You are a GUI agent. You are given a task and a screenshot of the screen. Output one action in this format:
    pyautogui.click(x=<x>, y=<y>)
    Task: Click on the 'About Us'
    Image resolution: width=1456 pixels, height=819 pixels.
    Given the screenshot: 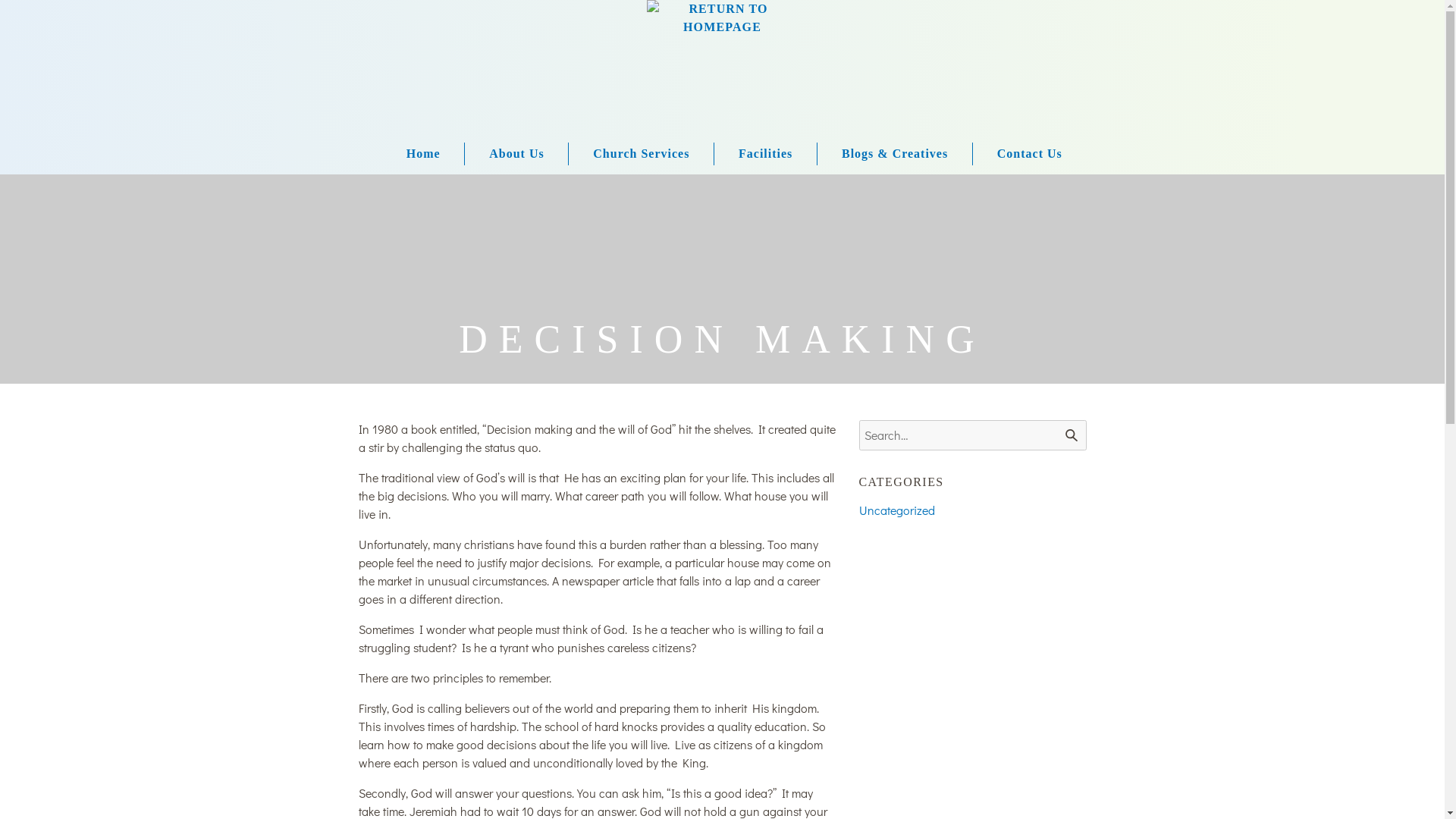 What is the action you would take?
    pyautogui.click(x=463, y=154)
    